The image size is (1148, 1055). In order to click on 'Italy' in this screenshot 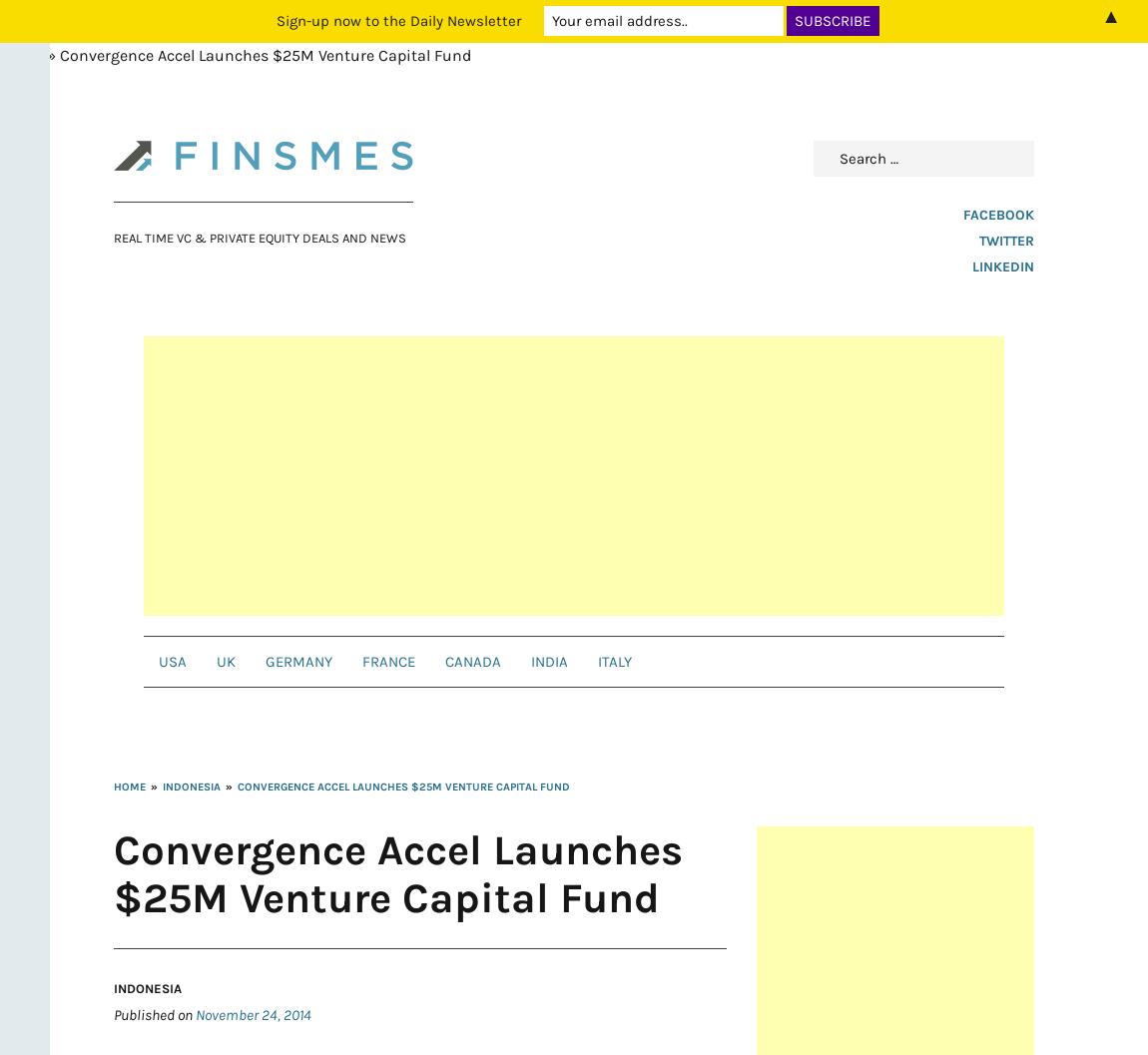, I will do `click(614, 661)`.